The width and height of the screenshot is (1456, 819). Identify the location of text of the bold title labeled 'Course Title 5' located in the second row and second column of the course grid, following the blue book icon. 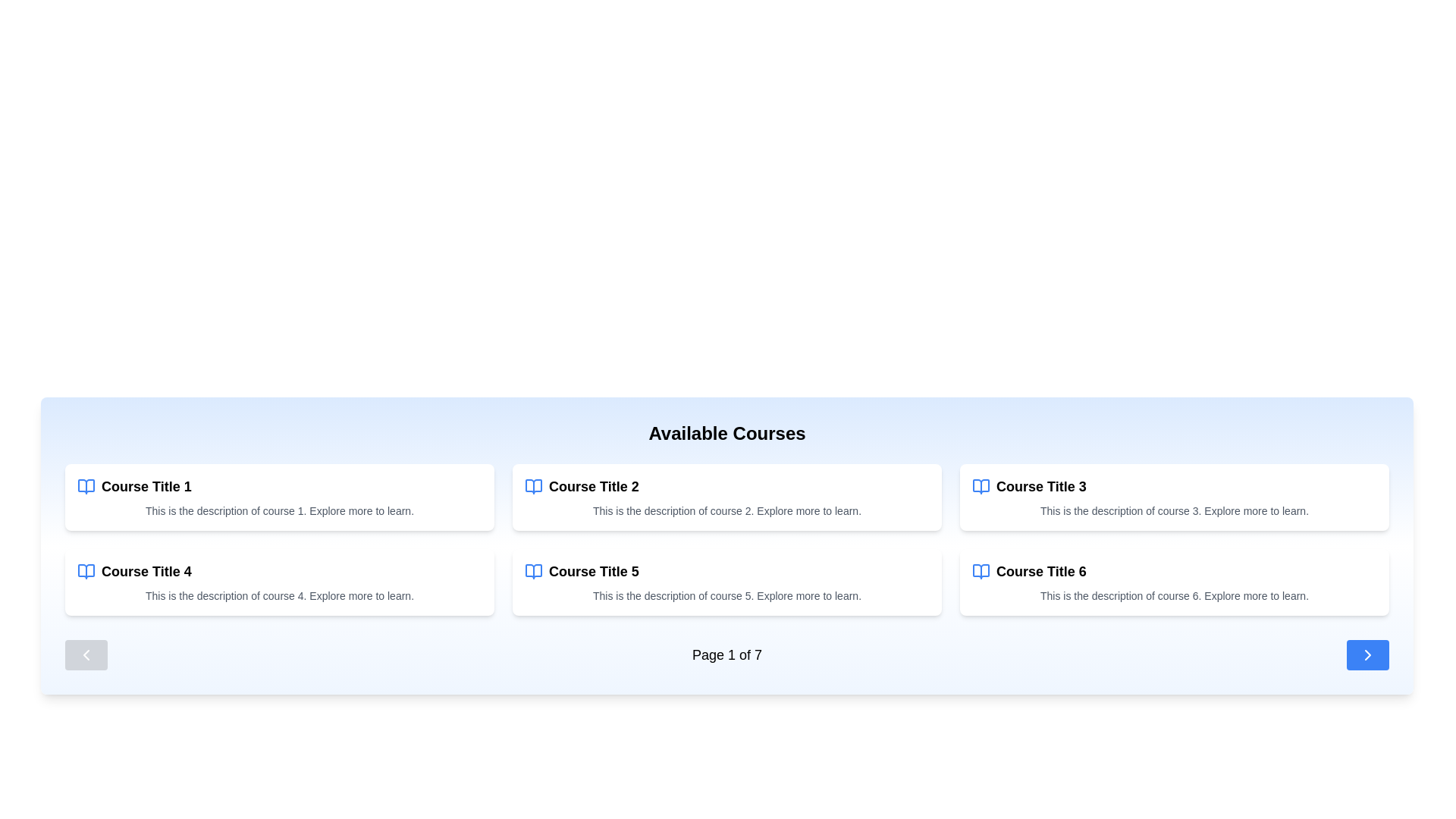
(593, 571).